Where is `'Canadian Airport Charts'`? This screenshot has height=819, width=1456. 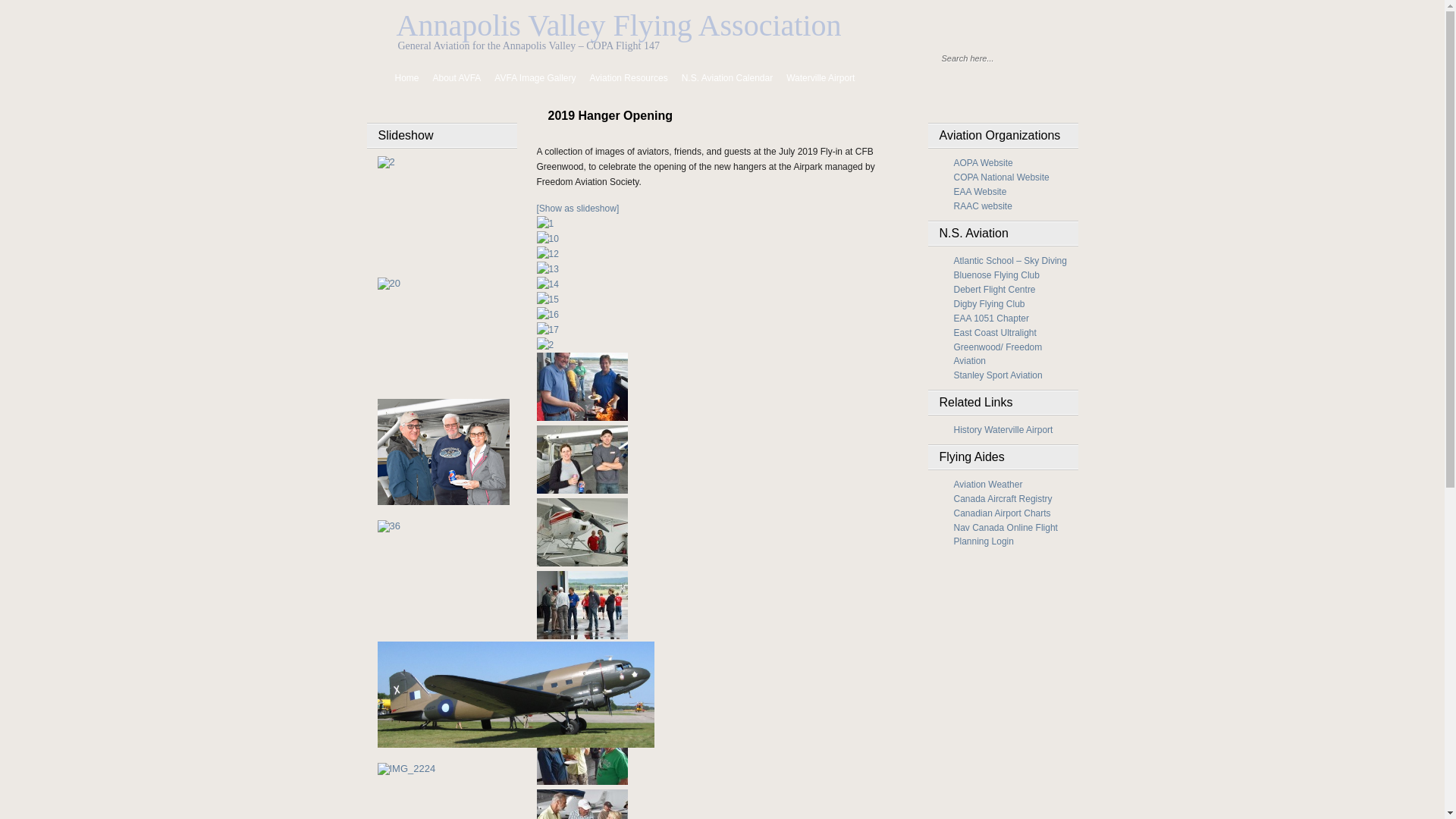 'Canadian Airport Charts' is located at coordinates (1002, 513).